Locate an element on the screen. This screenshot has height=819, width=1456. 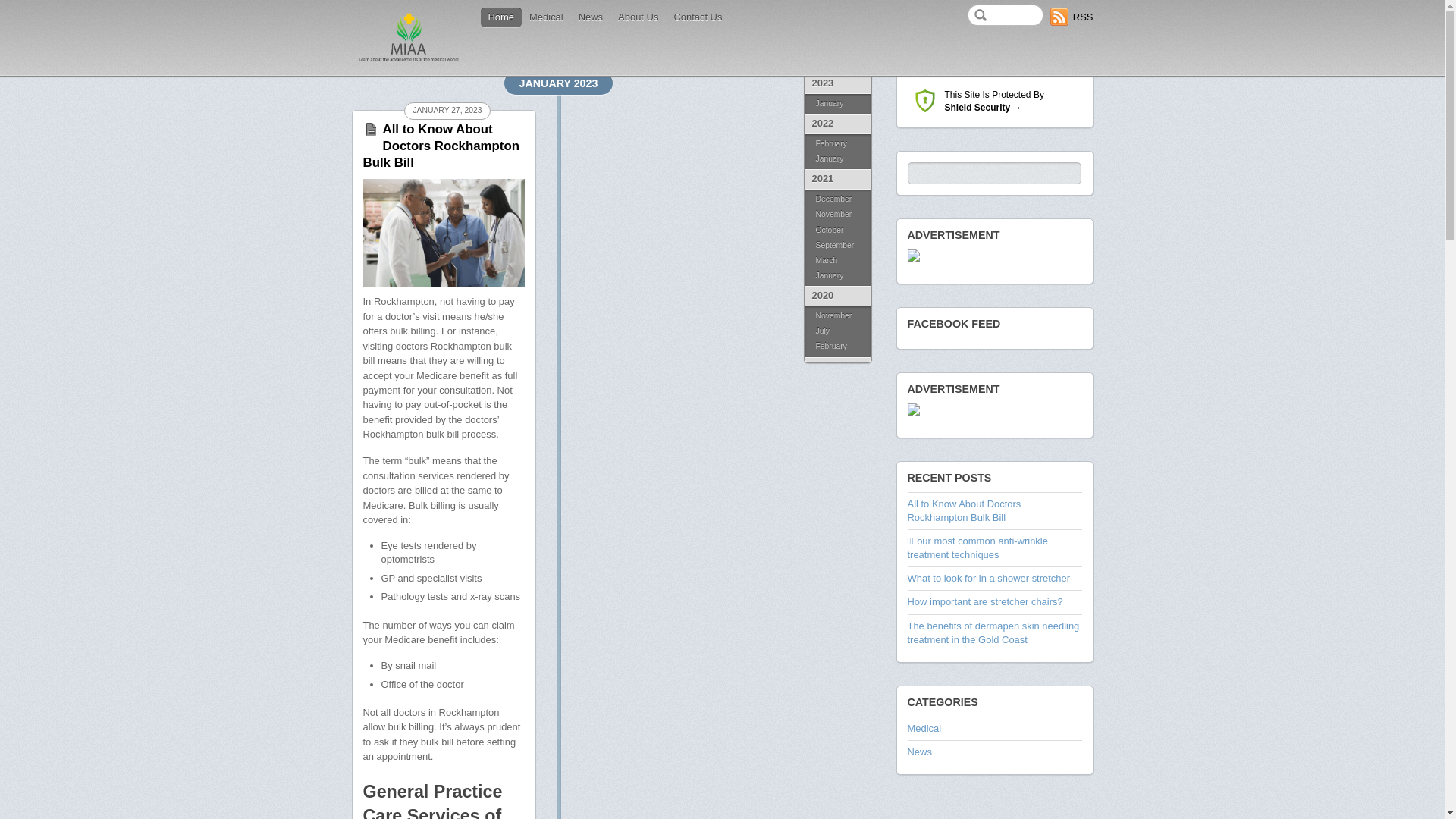
'2023' is located at coordinates (836, 83).